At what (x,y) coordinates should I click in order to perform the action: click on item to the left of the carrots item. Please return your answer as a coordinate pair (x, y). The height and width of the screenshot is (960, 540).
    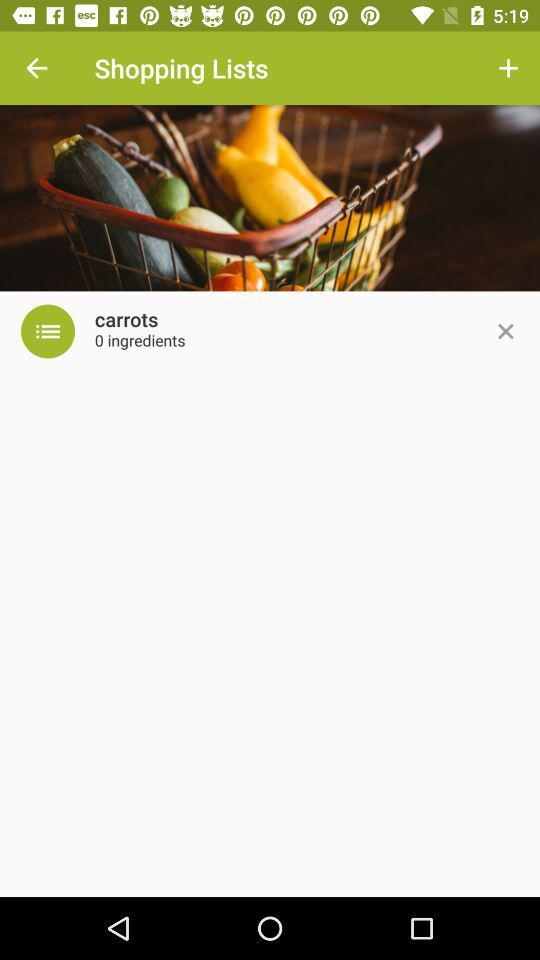
    Looking at the image, I should click on (48, 331).